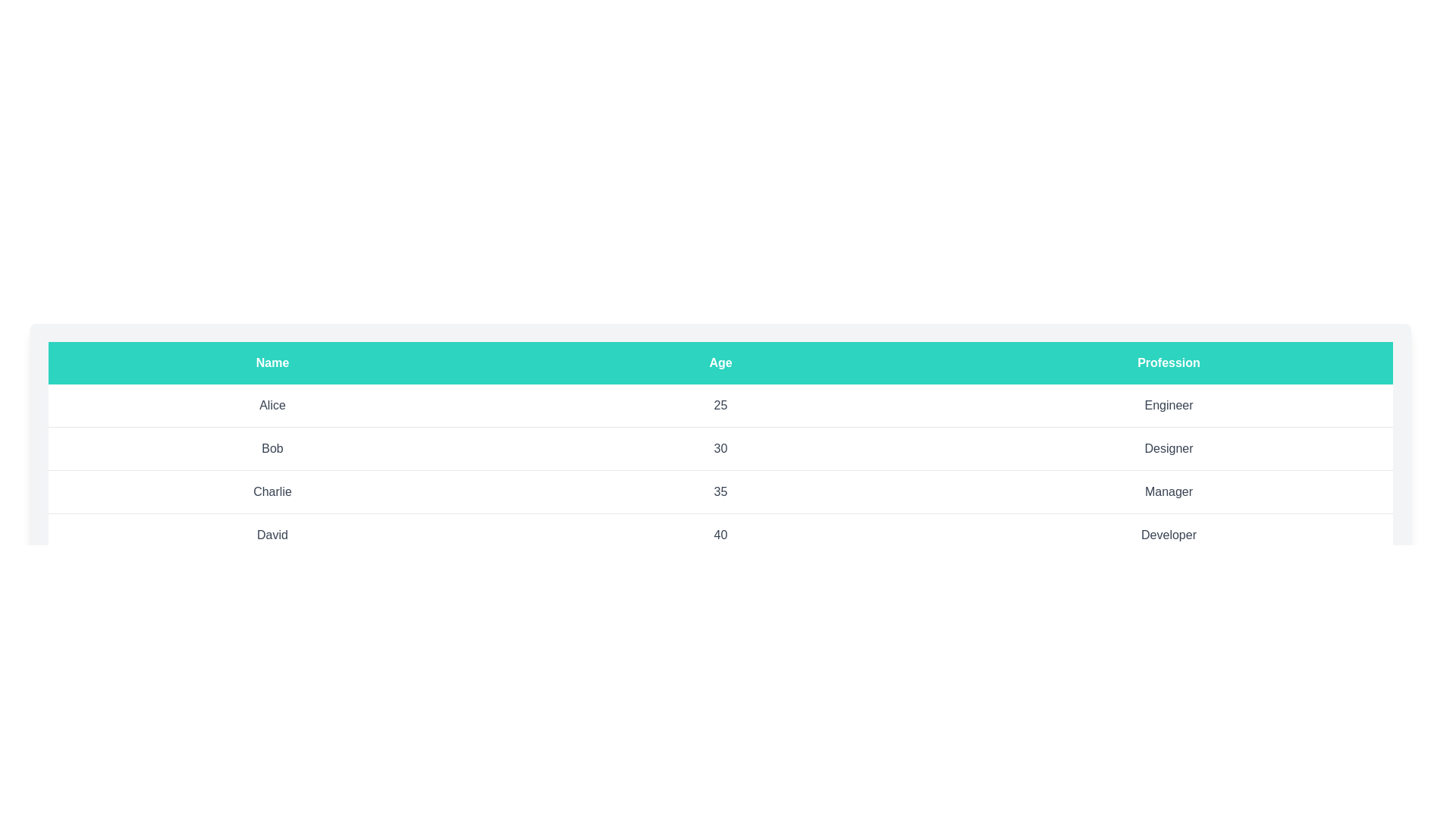  Describe the element at coordinates (272, 491) in the screenshot. I see `the text label displaying 'Charlie' which is the first cell in the third row of the table under the 'Name' column` at that location.